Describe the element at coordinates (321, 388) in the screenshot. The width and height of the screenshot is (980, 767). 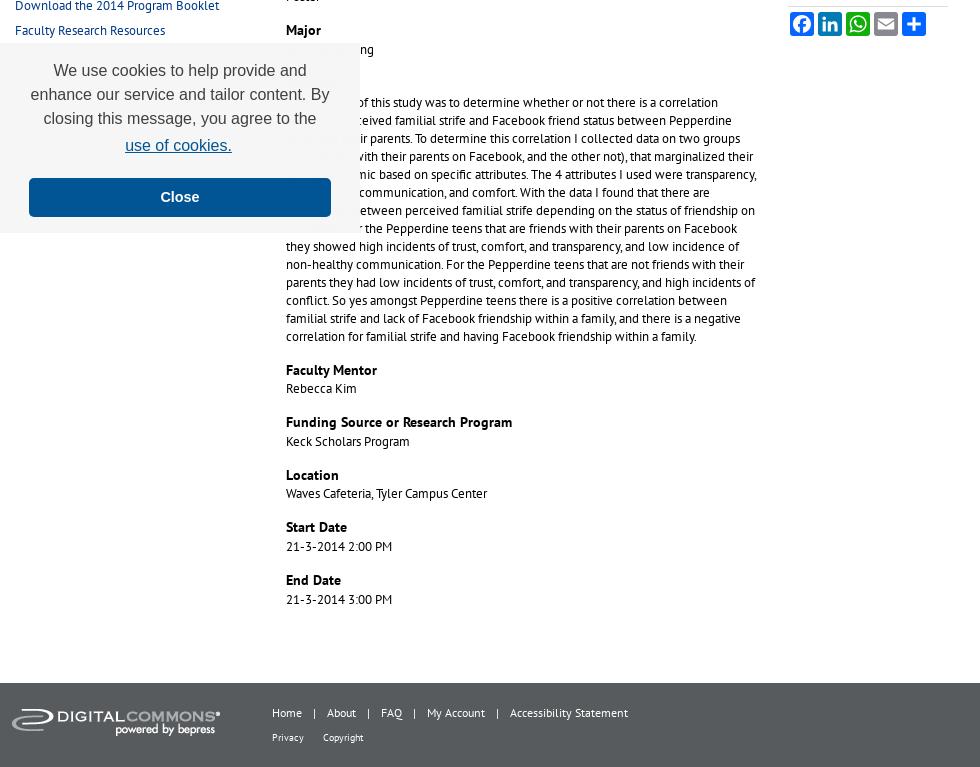
I see `'Rebecca Kim'` at that location.